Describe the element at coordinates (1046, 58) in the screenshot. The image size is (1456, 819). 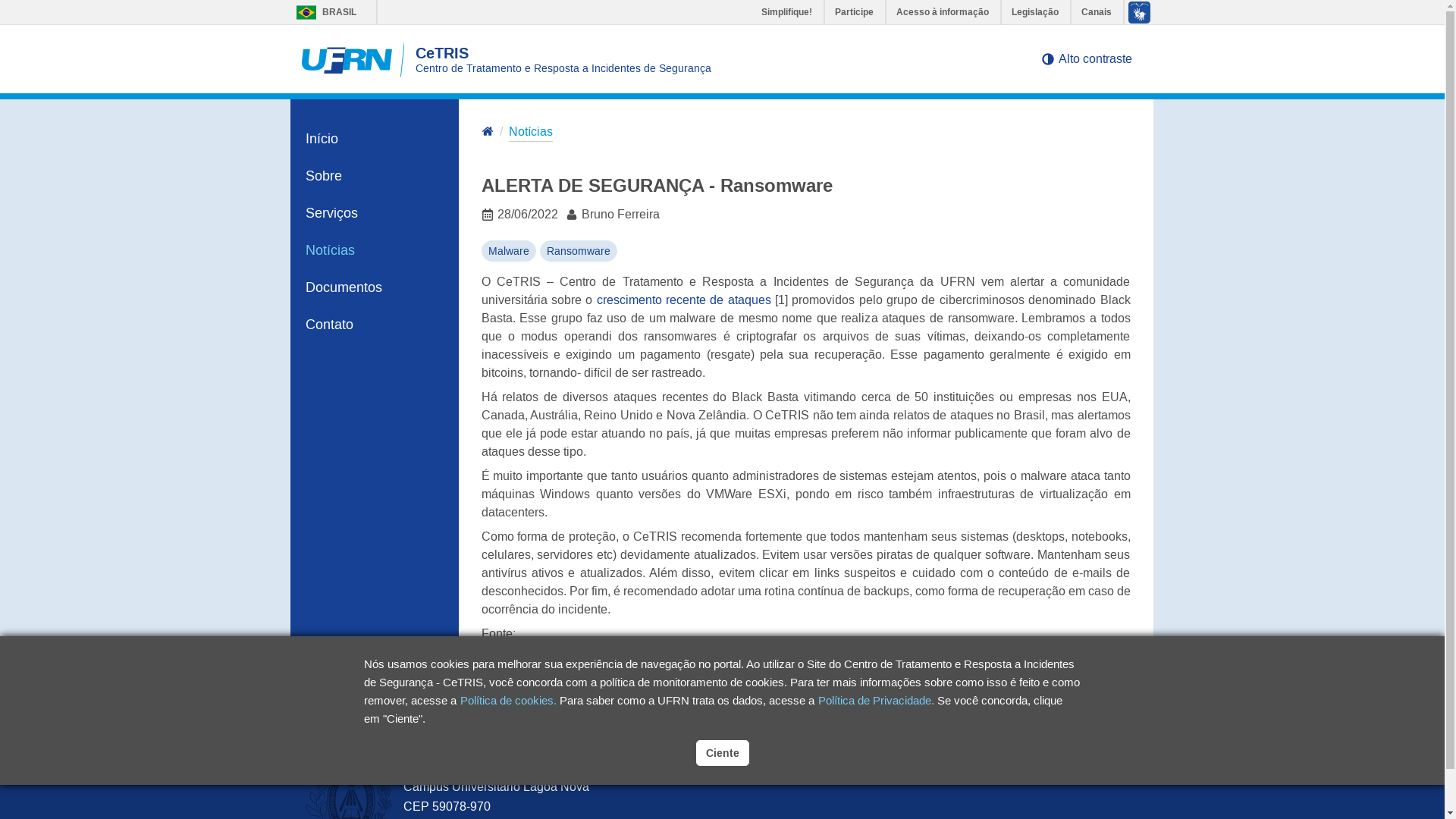
I see `'Alterar para o modo de contraste'` at that location.